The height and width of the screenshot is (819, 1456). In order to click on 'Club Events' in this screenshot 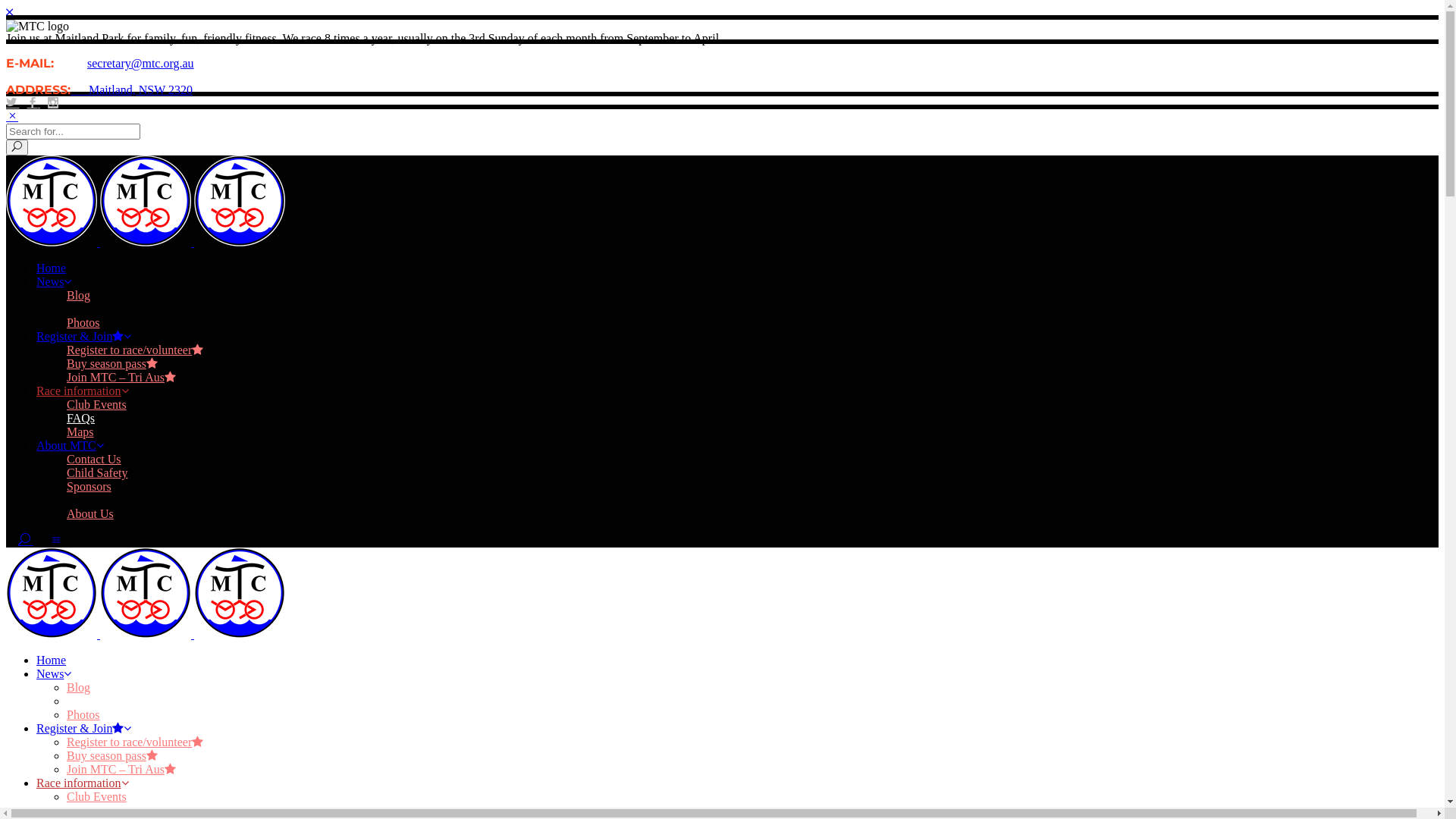, I will do `click(96, 795)`.